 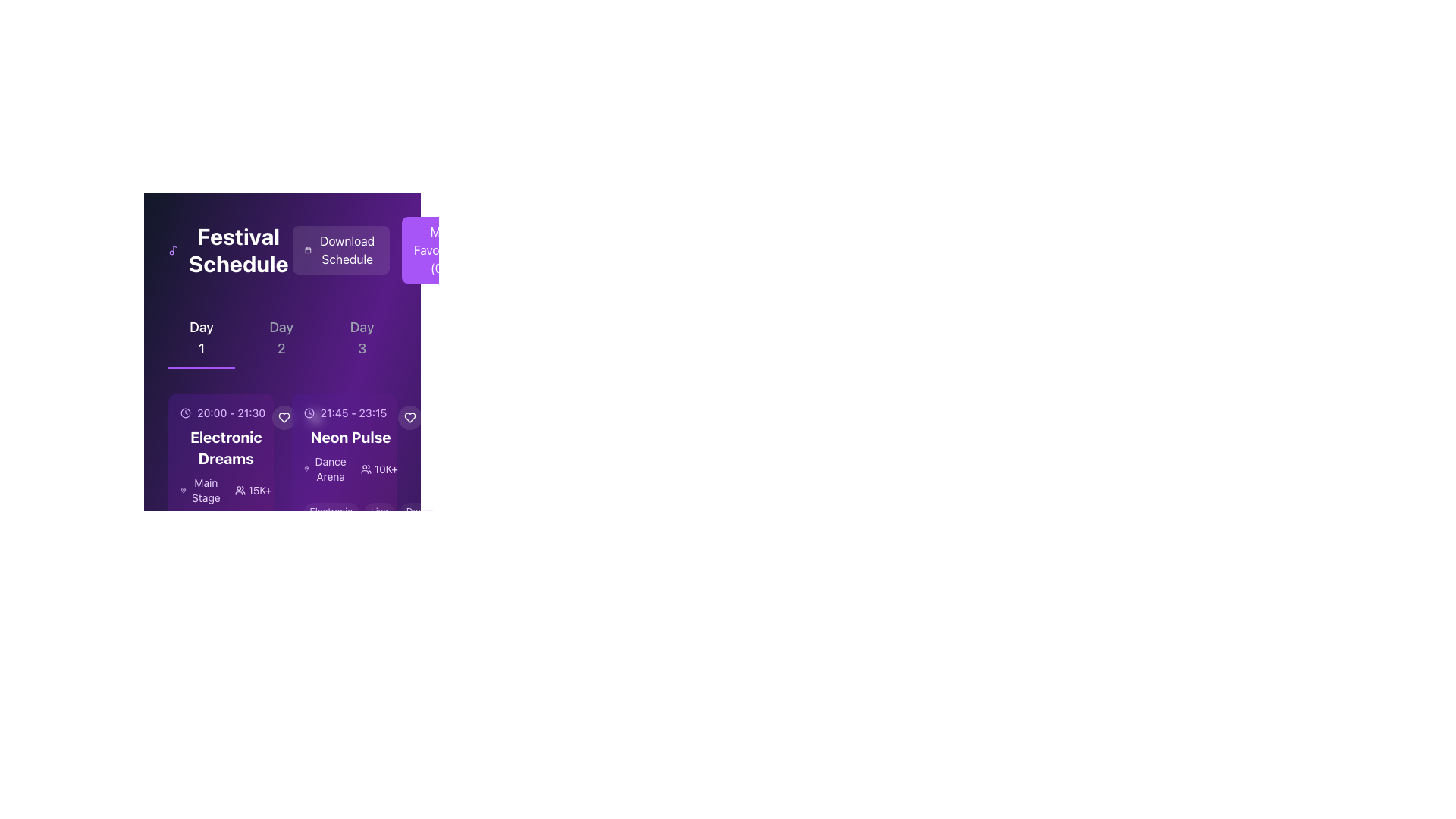 What do you see at coordinates (224, 413) in the screenshot?
I see `the text label displaying the time range for the event, which is positioned above the title 'Electronic Dreams' and below the heading, to associate the time with the event details` at bounding box center [224, 413].